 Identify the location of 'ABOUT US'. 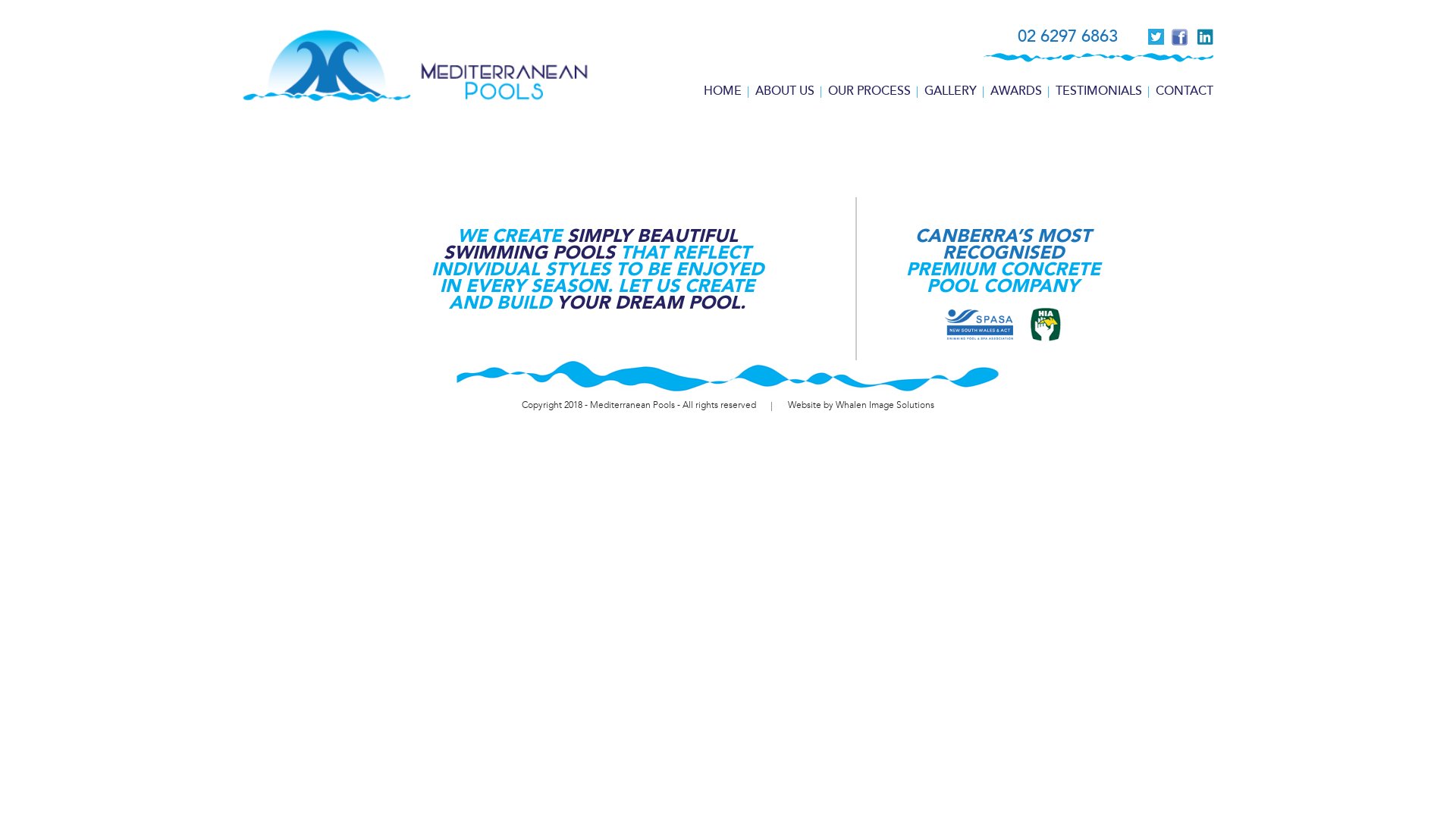
(785, 90).